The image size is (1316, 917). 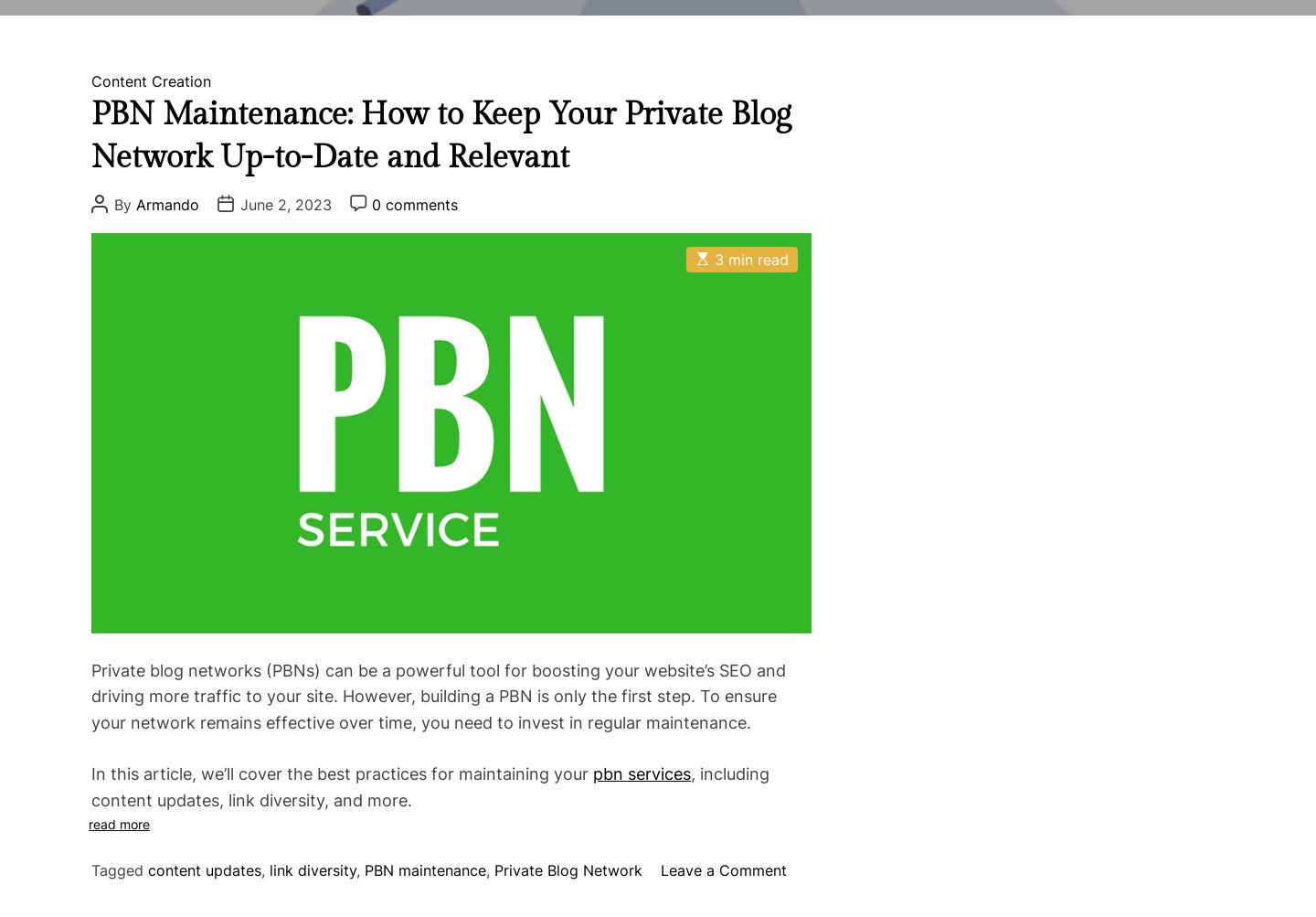 I want to click on 'PBNs and Keyword Research: How to Identify the Right Keywords for Your Private Blog Network', so click(x=645, y=493).